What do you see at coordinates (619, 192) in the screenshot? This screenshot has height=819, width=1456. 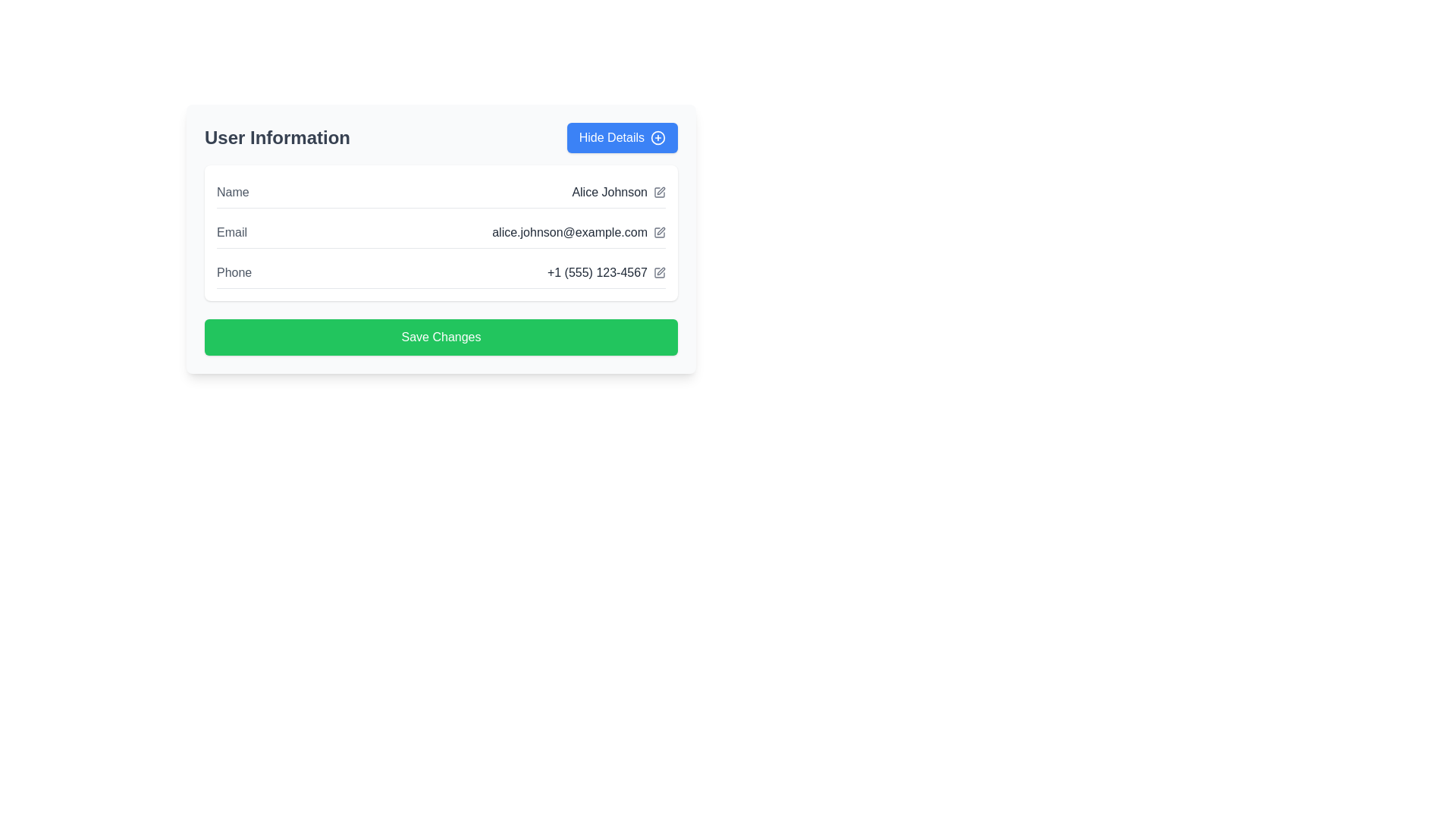 I see `the text display element showing 'Alice Johnson' with an adjacent pen icon for editing, found in the user information form section labeled 'Name'` at bounding box center [619, 192].